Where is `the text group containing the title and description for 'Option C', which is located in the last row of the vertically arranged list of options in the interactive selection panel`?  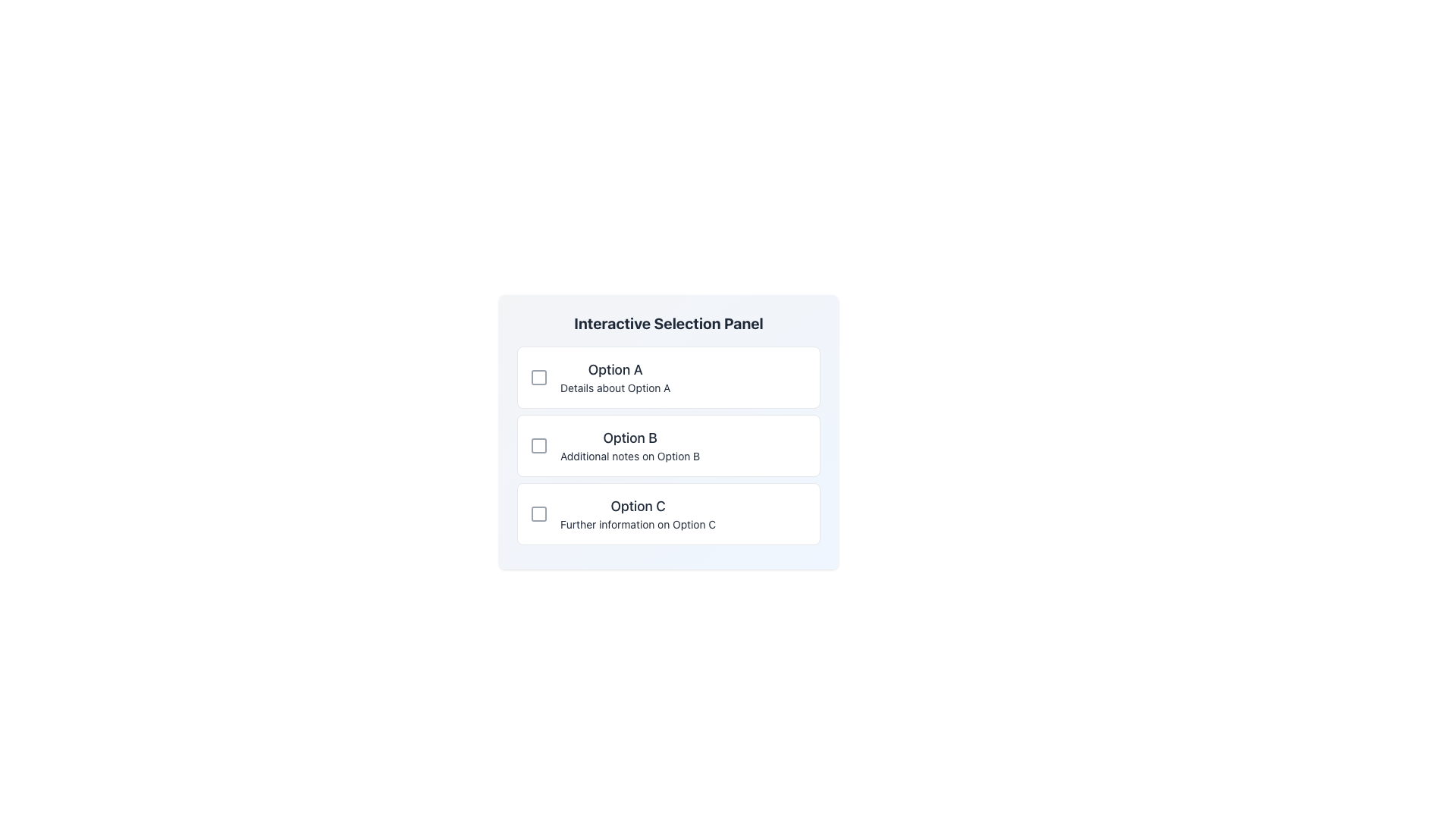 the text group containing the title and description for 'Option C', which is located in the last row of the vertically arranged list of options in the interactive selection panel is located at coordinates (638, 513).